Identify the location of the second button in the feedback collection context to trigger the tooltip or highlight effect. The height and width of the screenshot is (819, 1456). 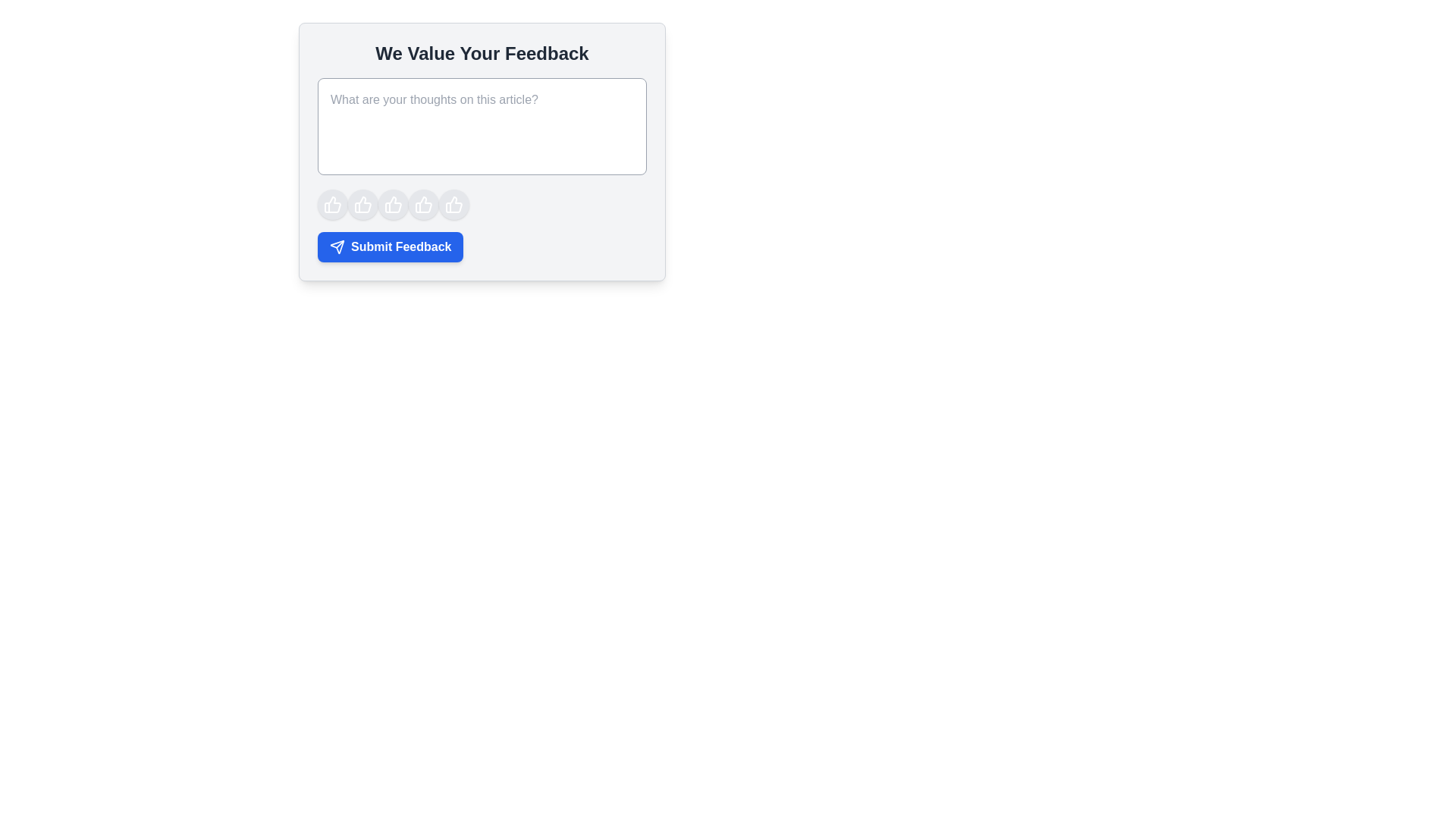
(362, 205).